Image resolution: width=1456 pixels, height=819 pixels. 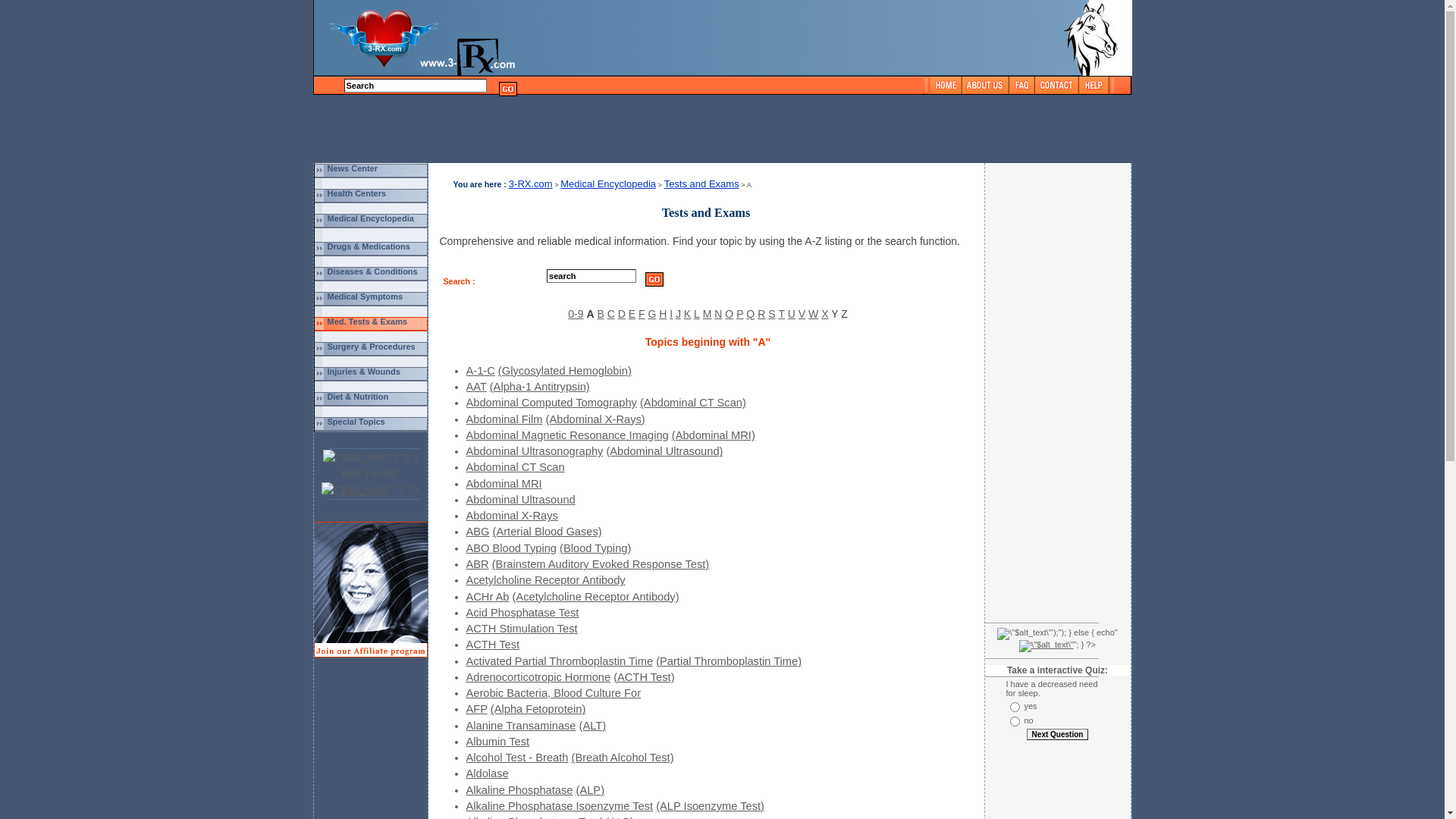 I want to click on '(Partial Thromboplastin Time)', so click(x=655, y=660).